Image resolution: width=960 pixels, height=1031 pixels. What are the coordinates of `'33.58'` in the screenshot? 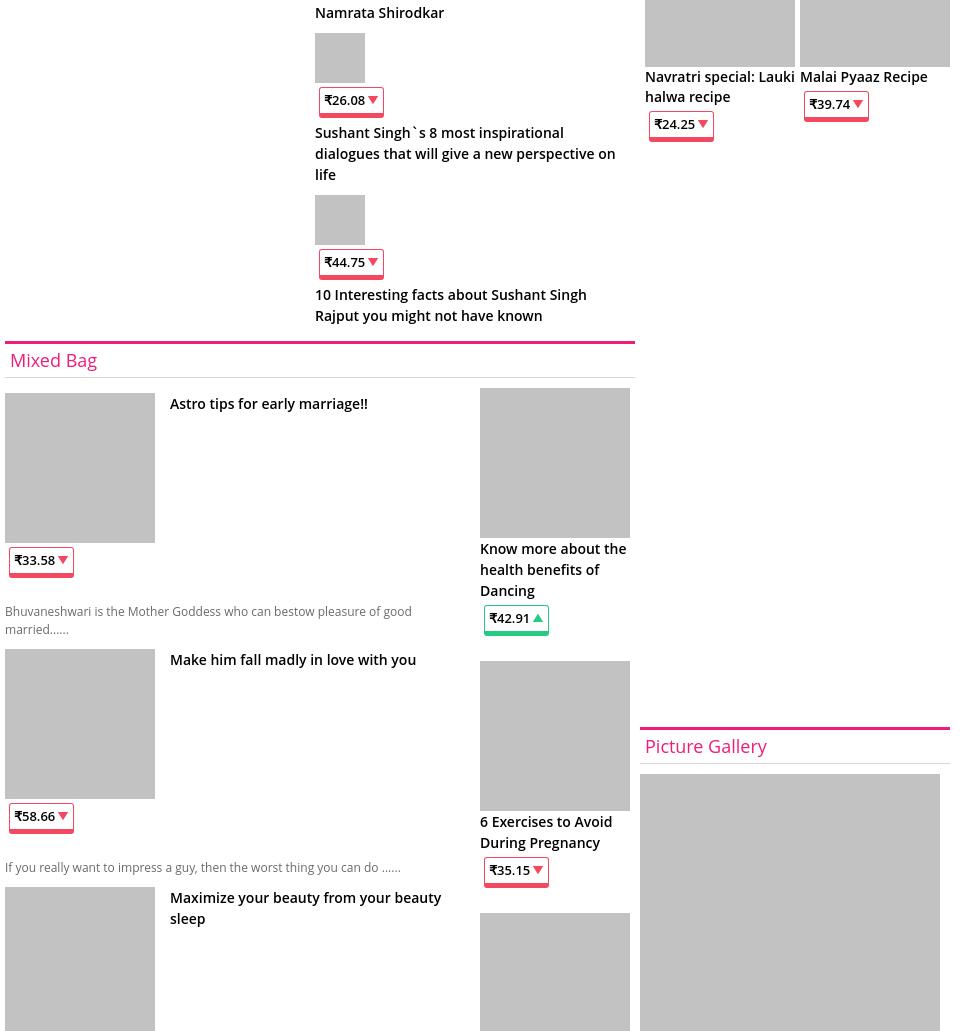 It's located at (37, 558).